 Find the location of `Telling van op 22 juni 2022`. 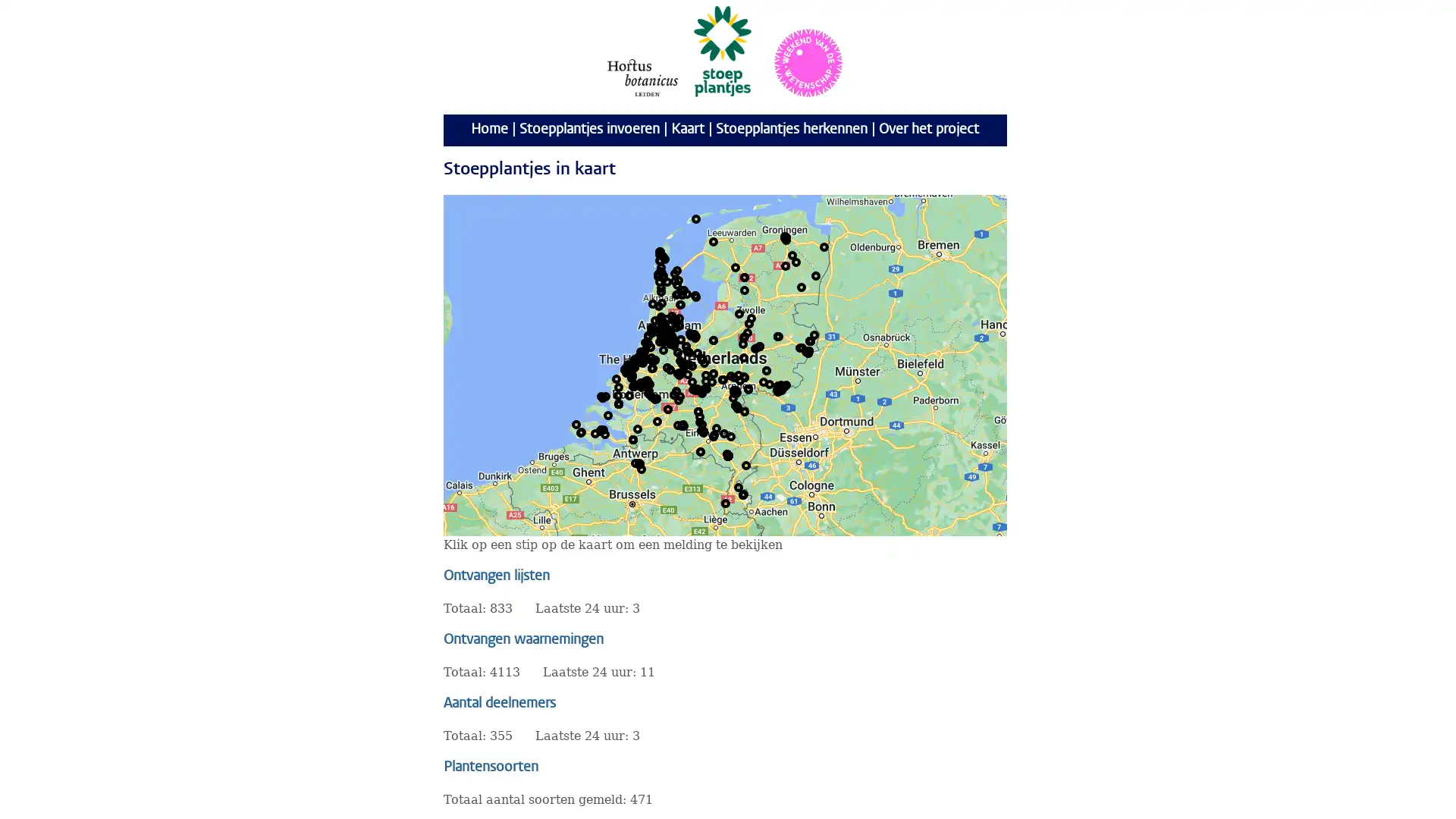

Telling van op 22 juni 2022 is located at coordinates (643, 359).